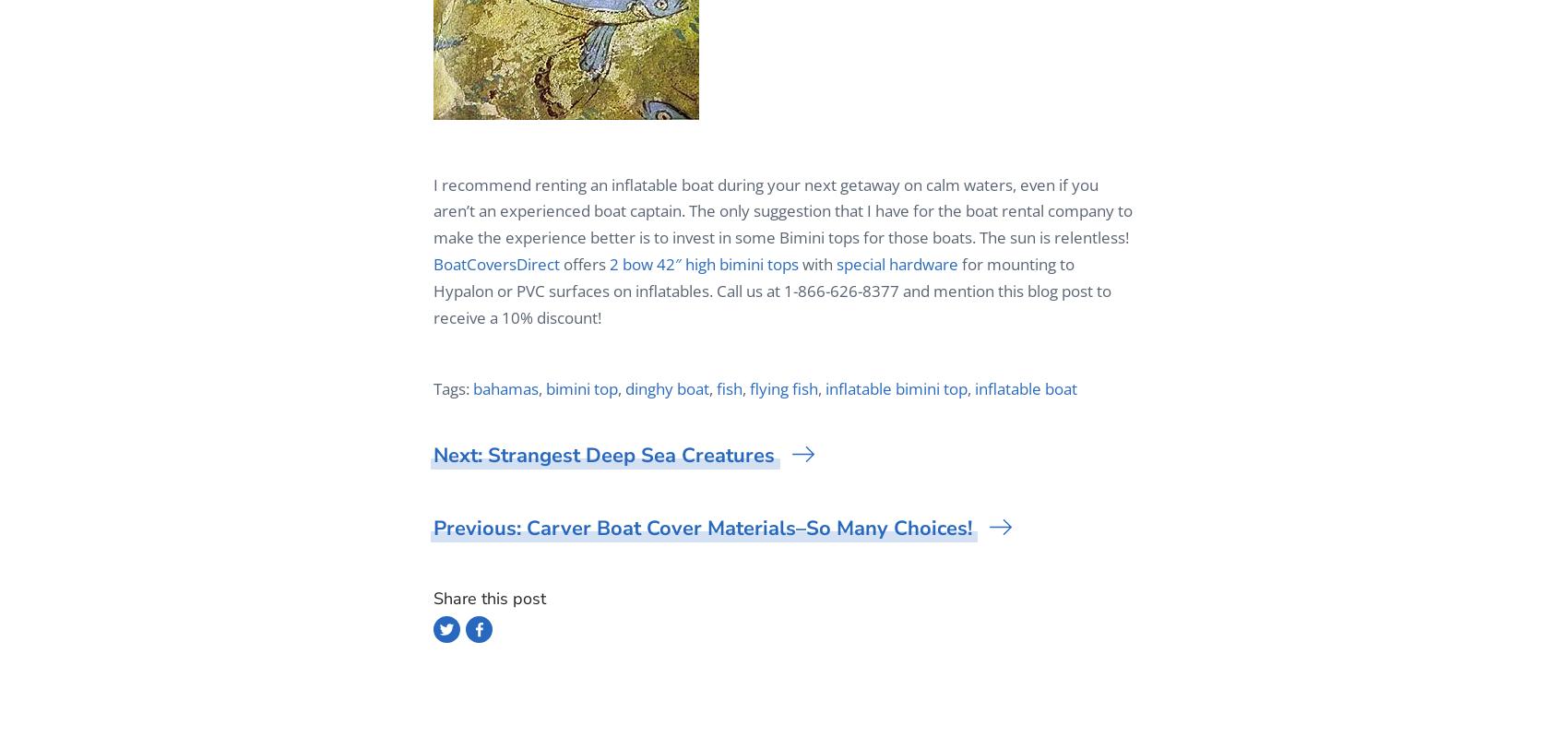 Image resolution: width=1568 pixels, height=749 pixels. What do you see at coordinates (667, 387) in the screenshot?
I see `'dinghy boat'` at bounding box center [667, 387].